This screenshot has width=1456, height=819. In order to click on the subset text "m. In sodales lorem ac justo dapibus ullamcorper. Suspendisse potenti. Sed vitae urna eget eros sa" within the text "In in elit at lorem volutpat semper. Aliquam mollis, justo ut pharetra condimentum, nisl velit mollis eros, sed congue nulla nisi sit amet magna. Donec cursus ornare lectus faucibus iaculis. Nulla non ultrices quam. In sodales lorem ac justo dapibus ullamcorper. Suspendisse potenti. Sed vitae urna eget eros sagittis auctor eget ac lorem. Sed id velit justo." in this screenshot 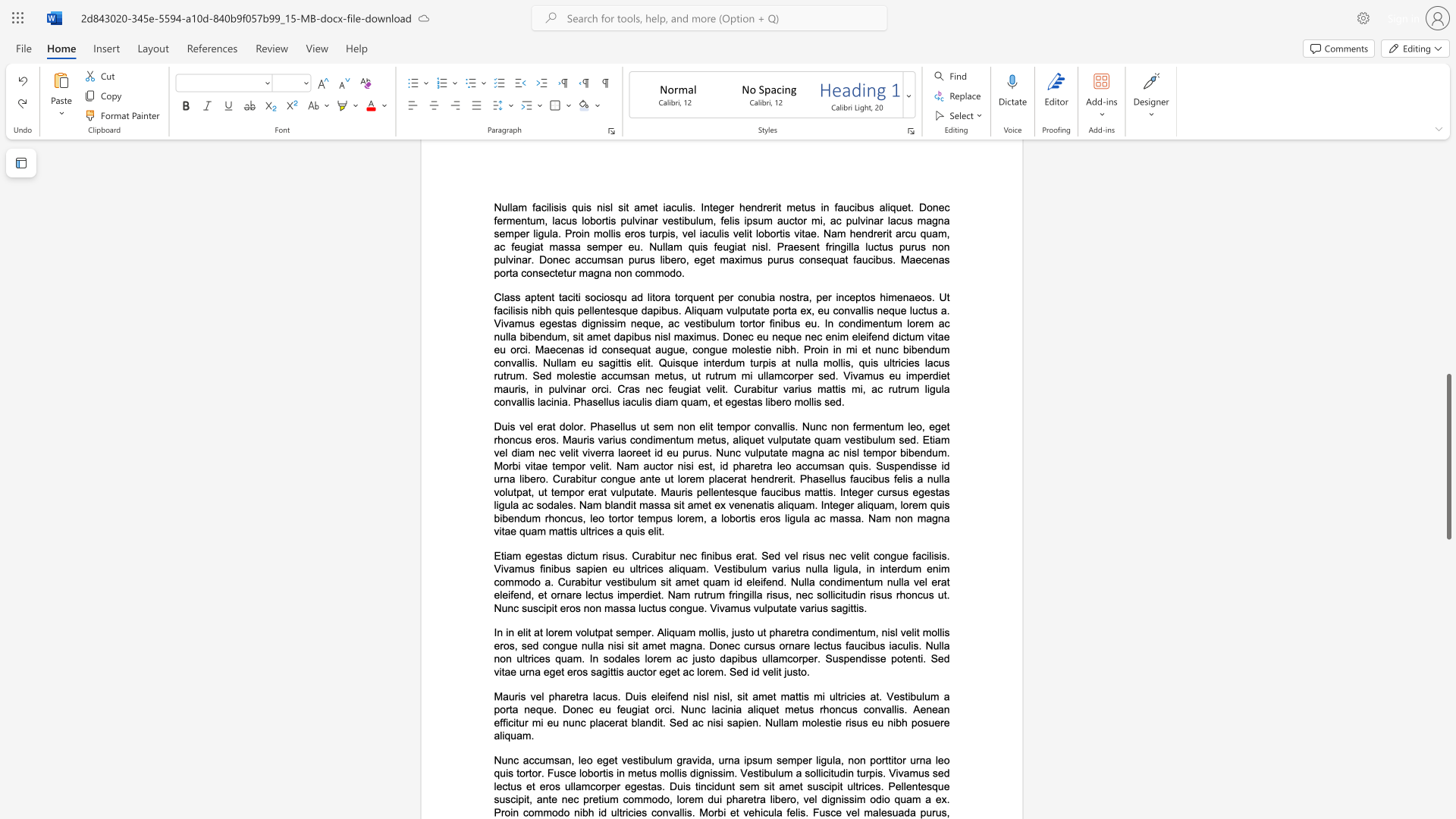, I will do `click(572, 657)`.